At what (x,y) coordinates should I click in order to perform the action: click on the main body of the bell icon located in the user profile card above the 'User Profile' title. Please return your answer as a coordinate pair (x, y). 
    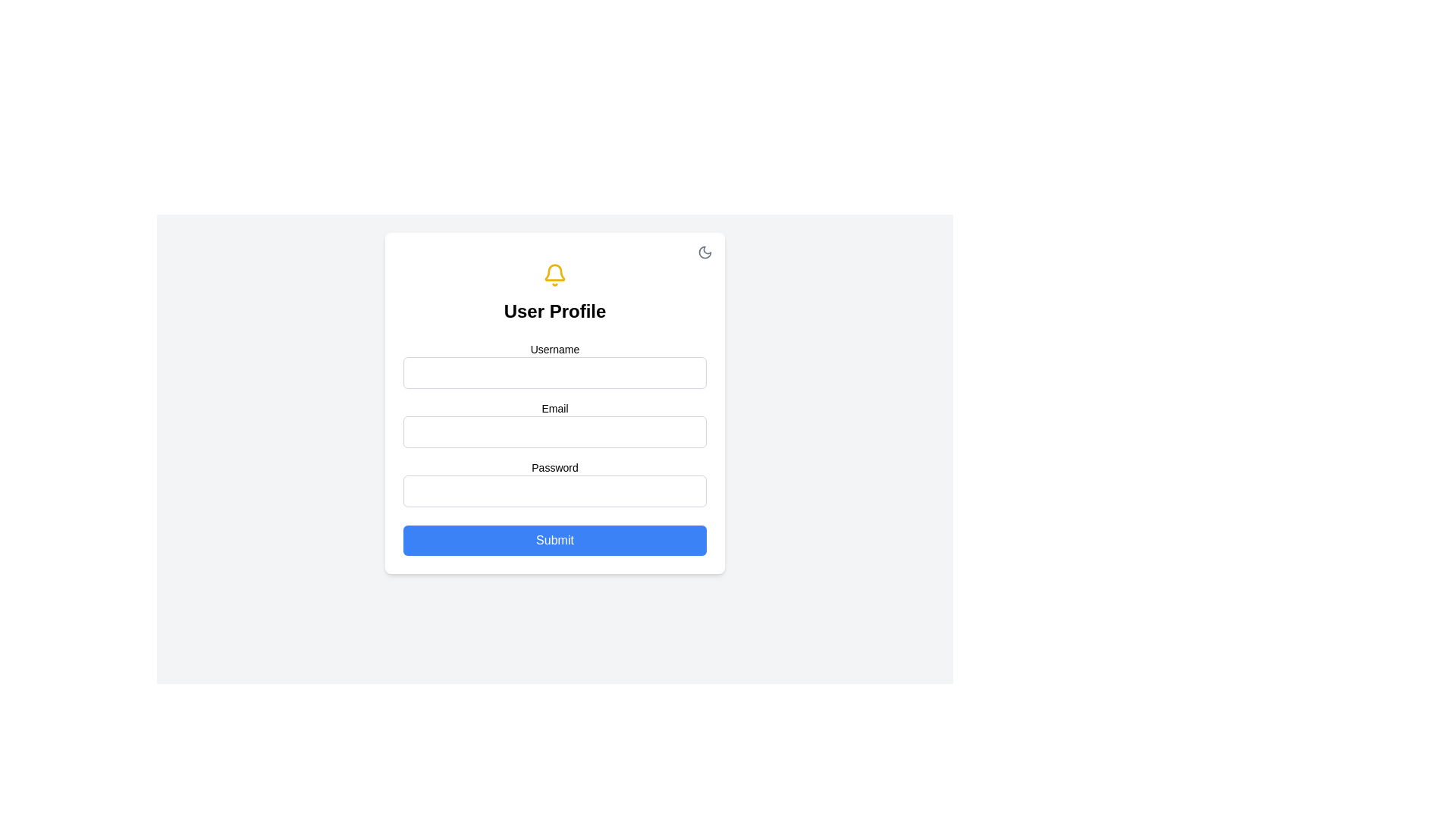
    Looking at the image, I should click on (554, 271).